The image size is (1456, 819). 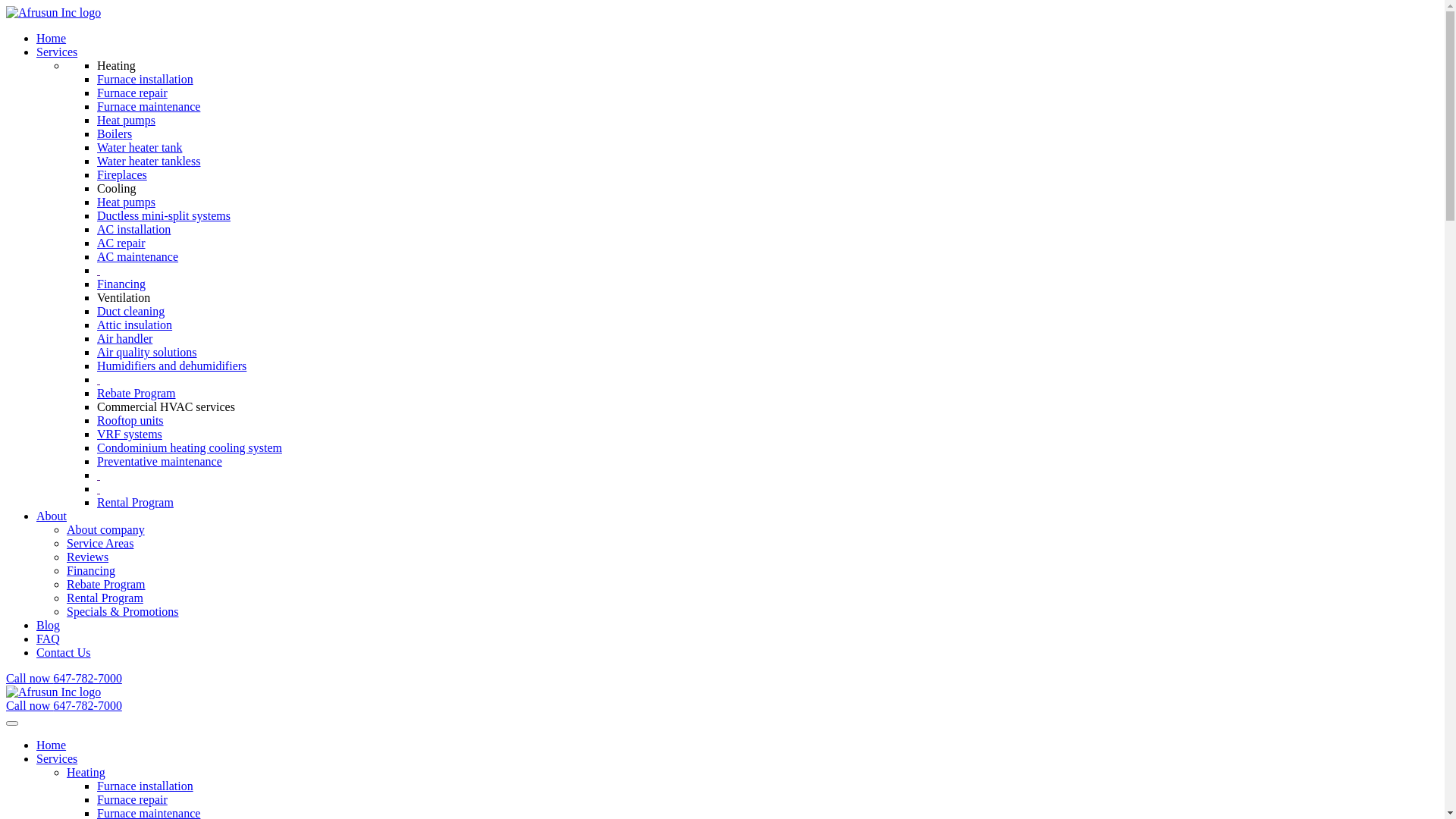 What do you see at coordinates (130, 310) in the screenshot?
I see `'Duct cleaning'` at bounding box center [130, 310].